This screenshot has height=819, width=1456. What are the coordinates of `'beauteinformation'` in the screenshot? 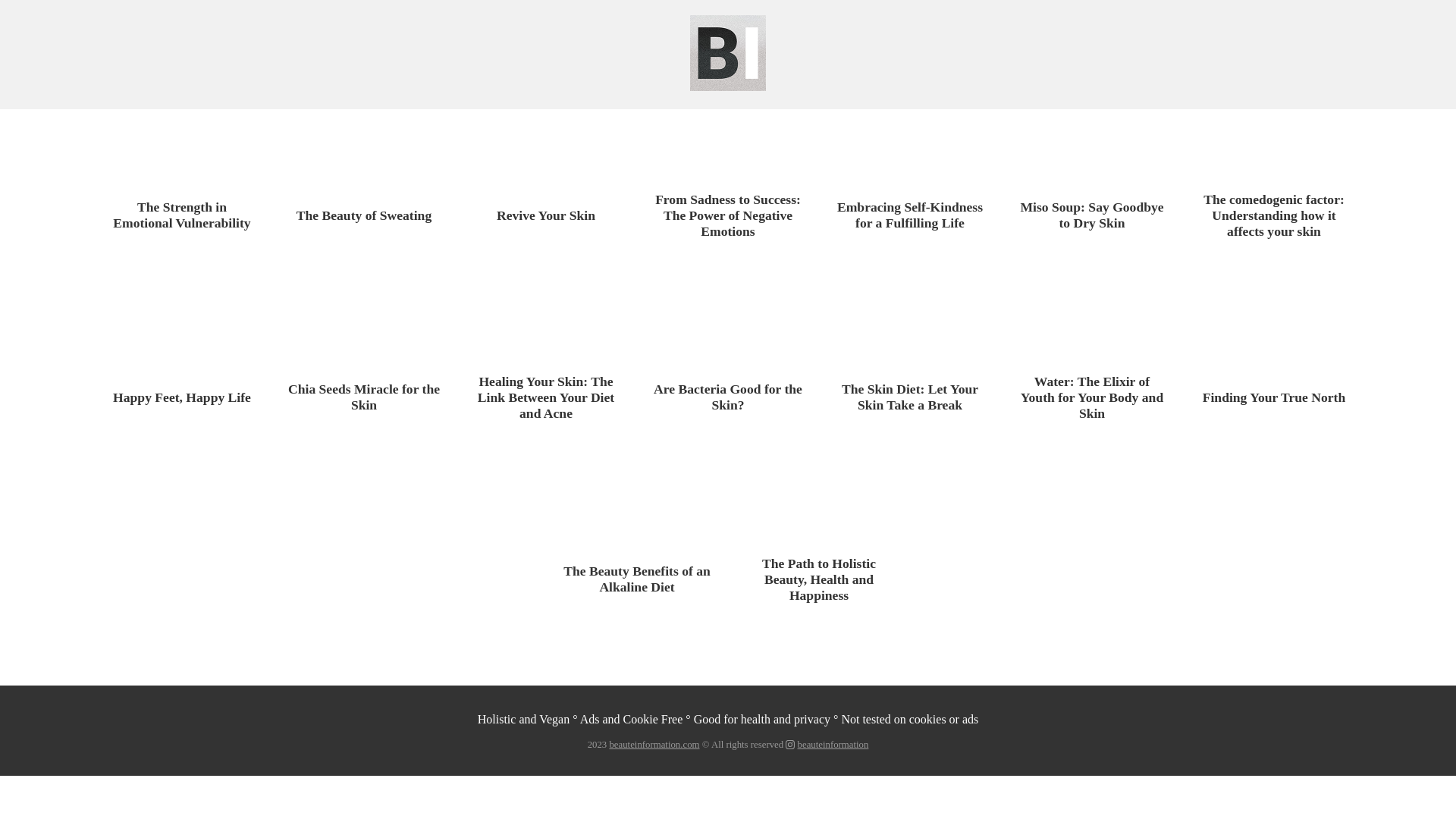 It's located at (833, 744).